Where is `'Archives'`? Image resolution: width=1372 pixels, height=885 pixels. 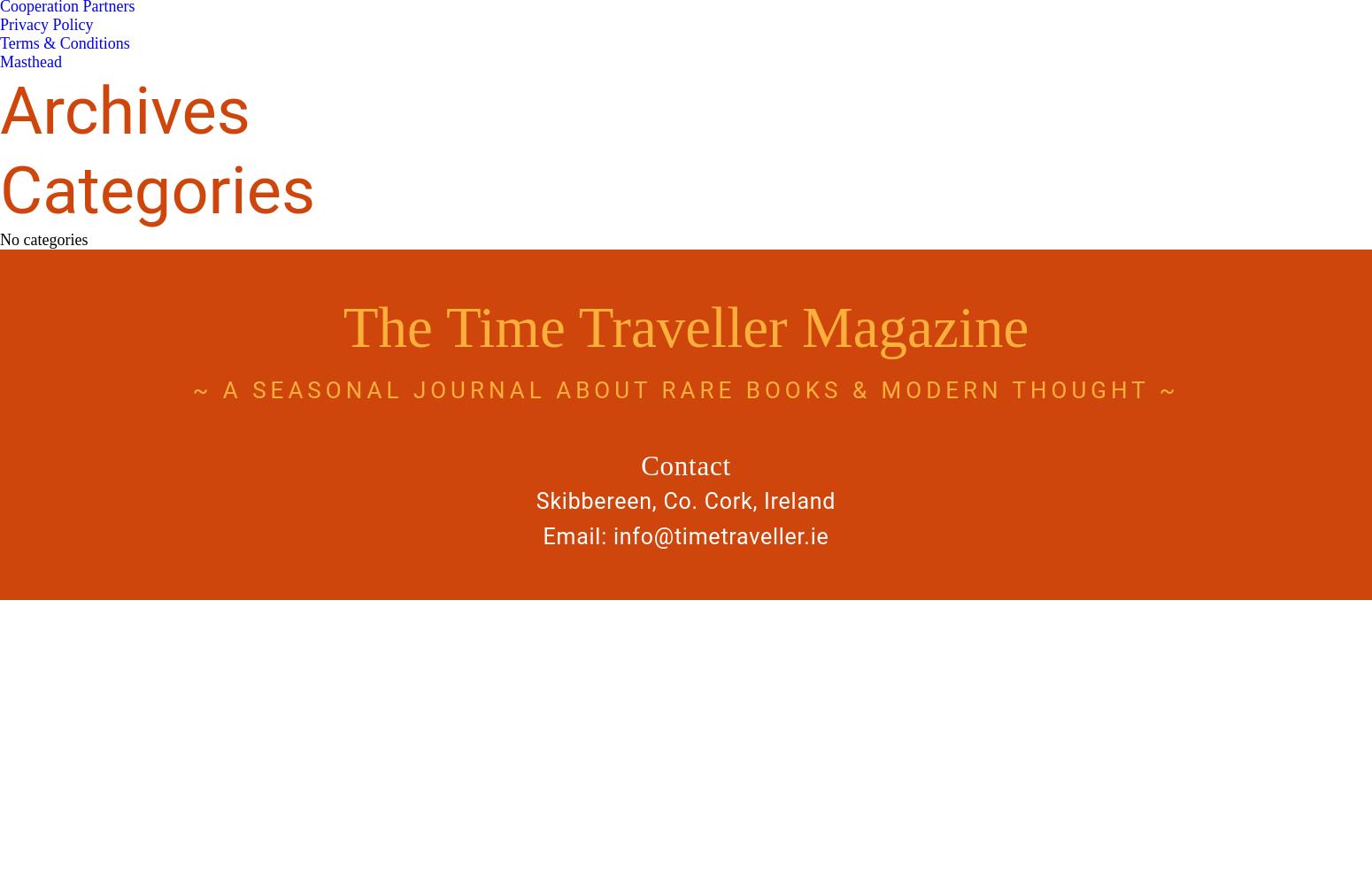 'Archives' is located at coordinates (125, 111).